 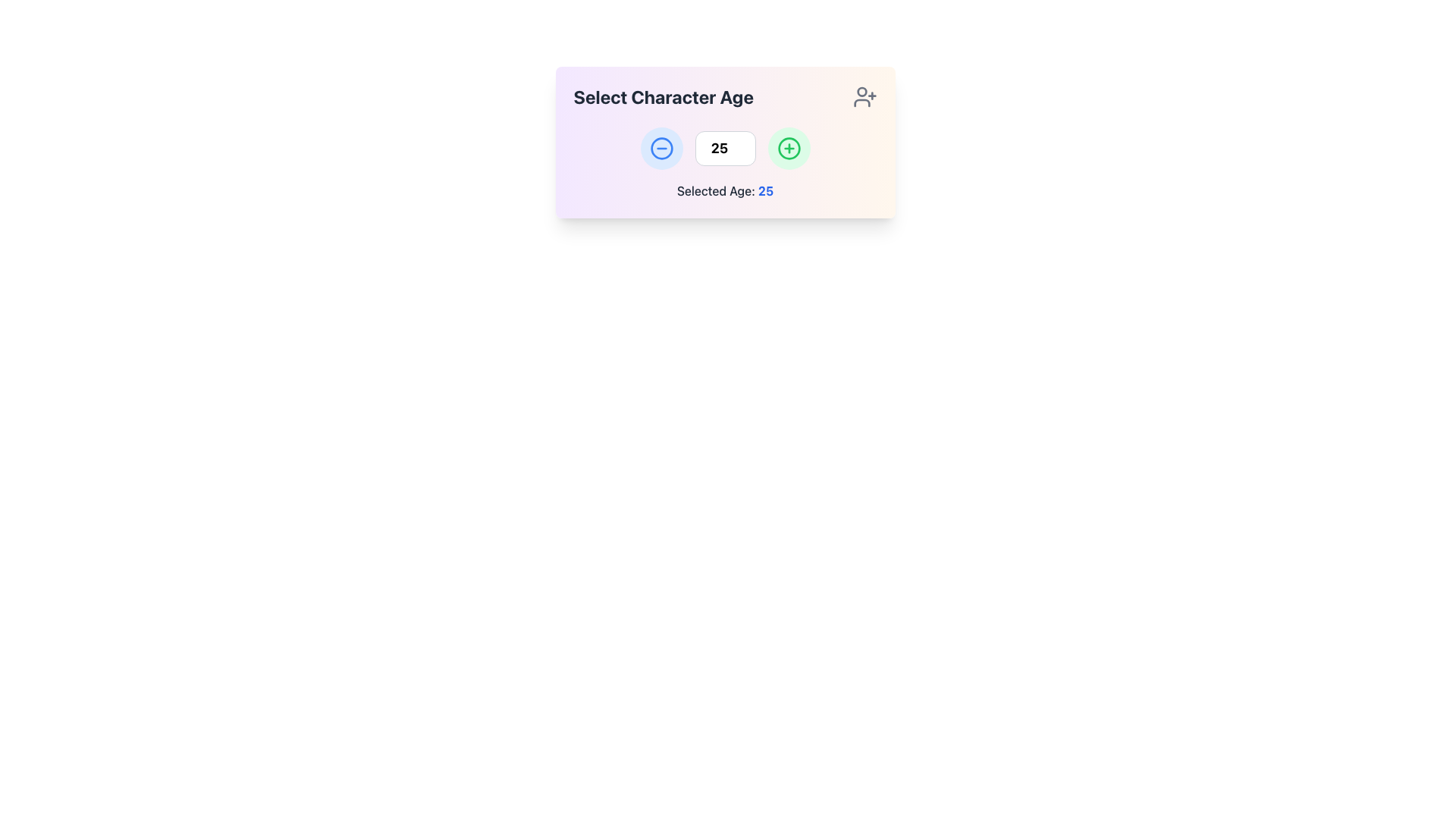 I want to click on the number input field, which is a small rectangular box with a white background and rounded corners, to focus and edit its value, so click(x=724, y=149).